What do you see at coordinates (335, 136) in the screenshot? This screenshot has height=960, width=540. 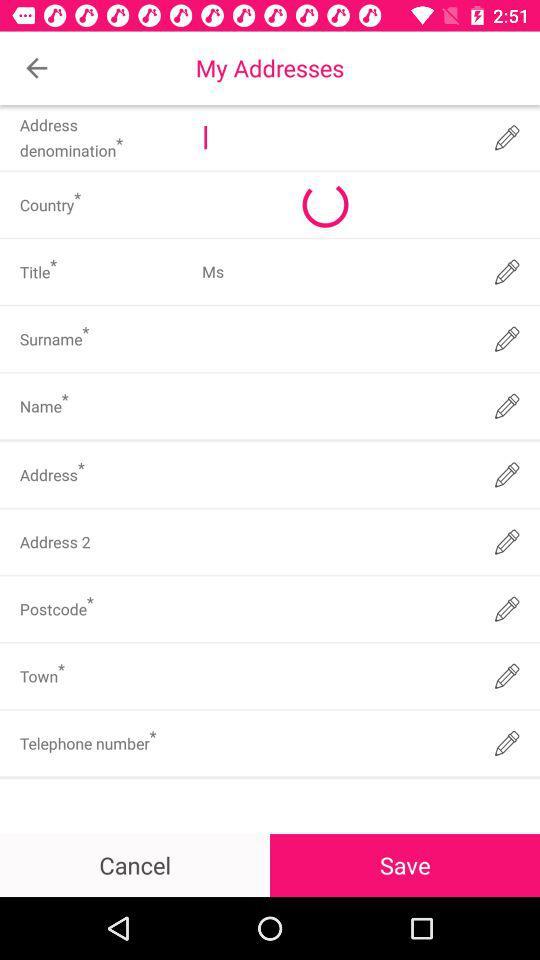 I see `address` at bounding box center [335, 136].